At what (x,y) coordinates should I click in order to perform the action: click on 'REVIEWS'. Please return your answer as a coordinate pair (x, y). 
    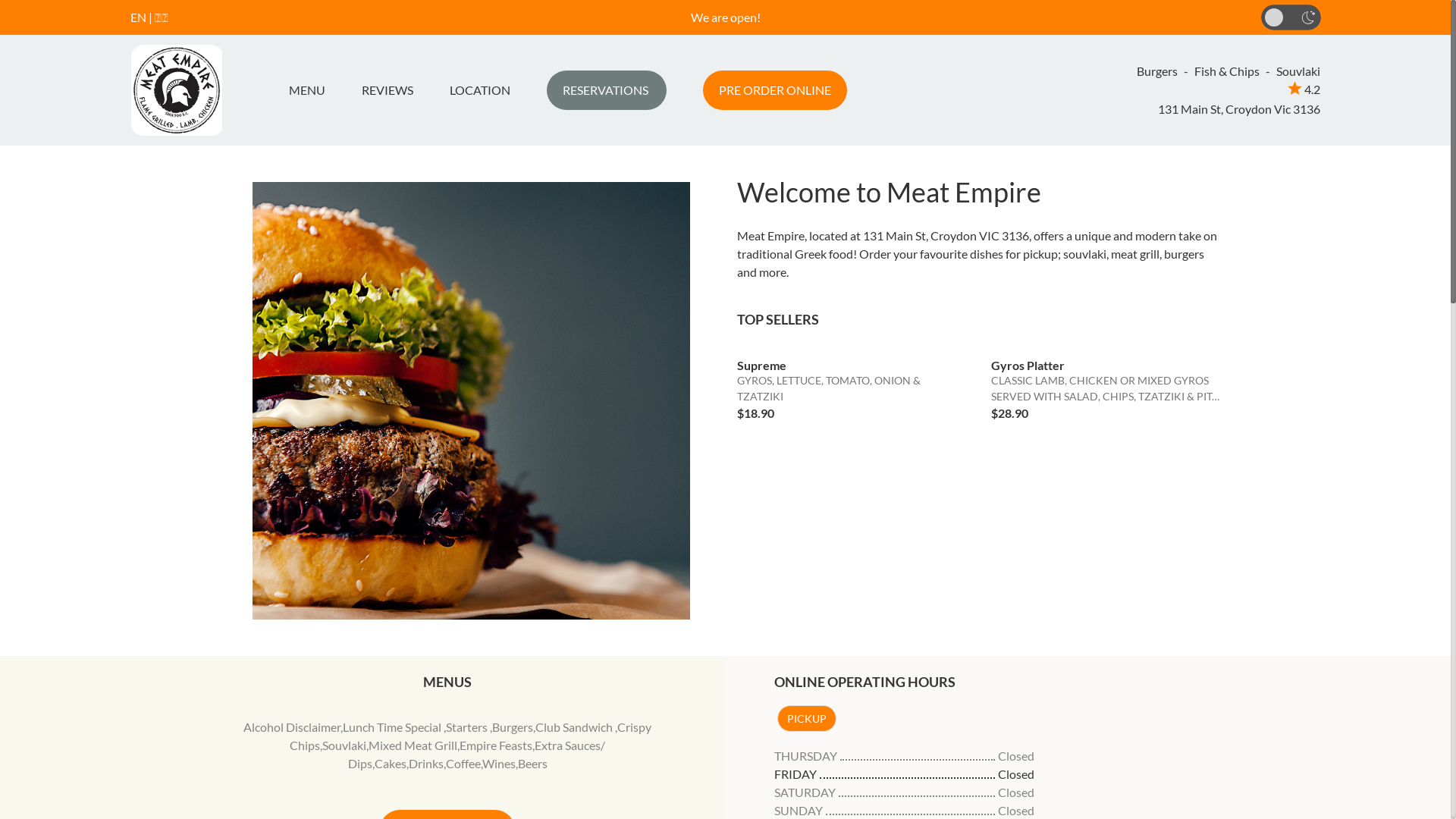
    Looking at the image, I should click on (386, 90).